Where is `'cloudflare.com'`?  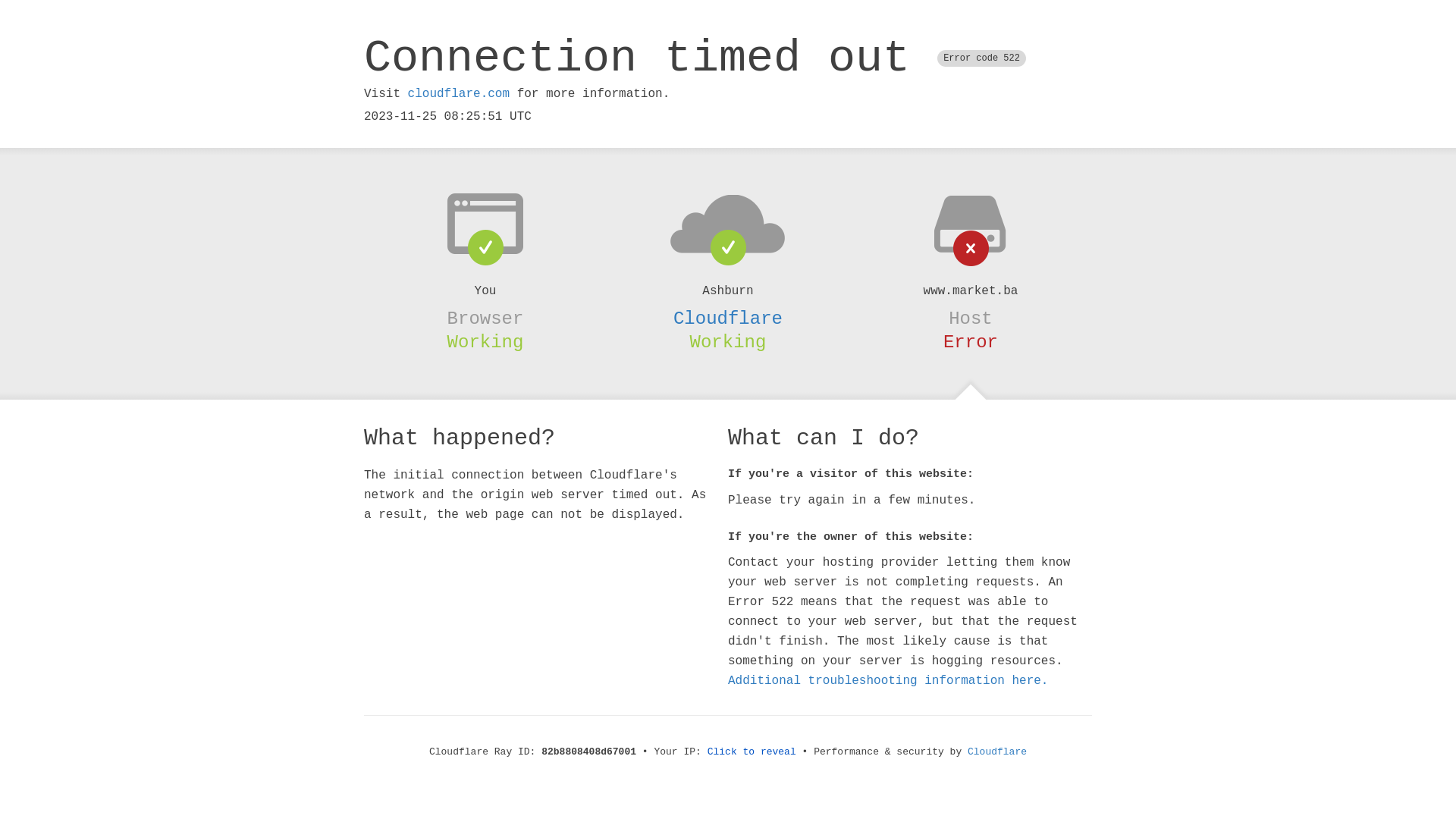 'cloudflare.com' is located at coordinates (407, 93).